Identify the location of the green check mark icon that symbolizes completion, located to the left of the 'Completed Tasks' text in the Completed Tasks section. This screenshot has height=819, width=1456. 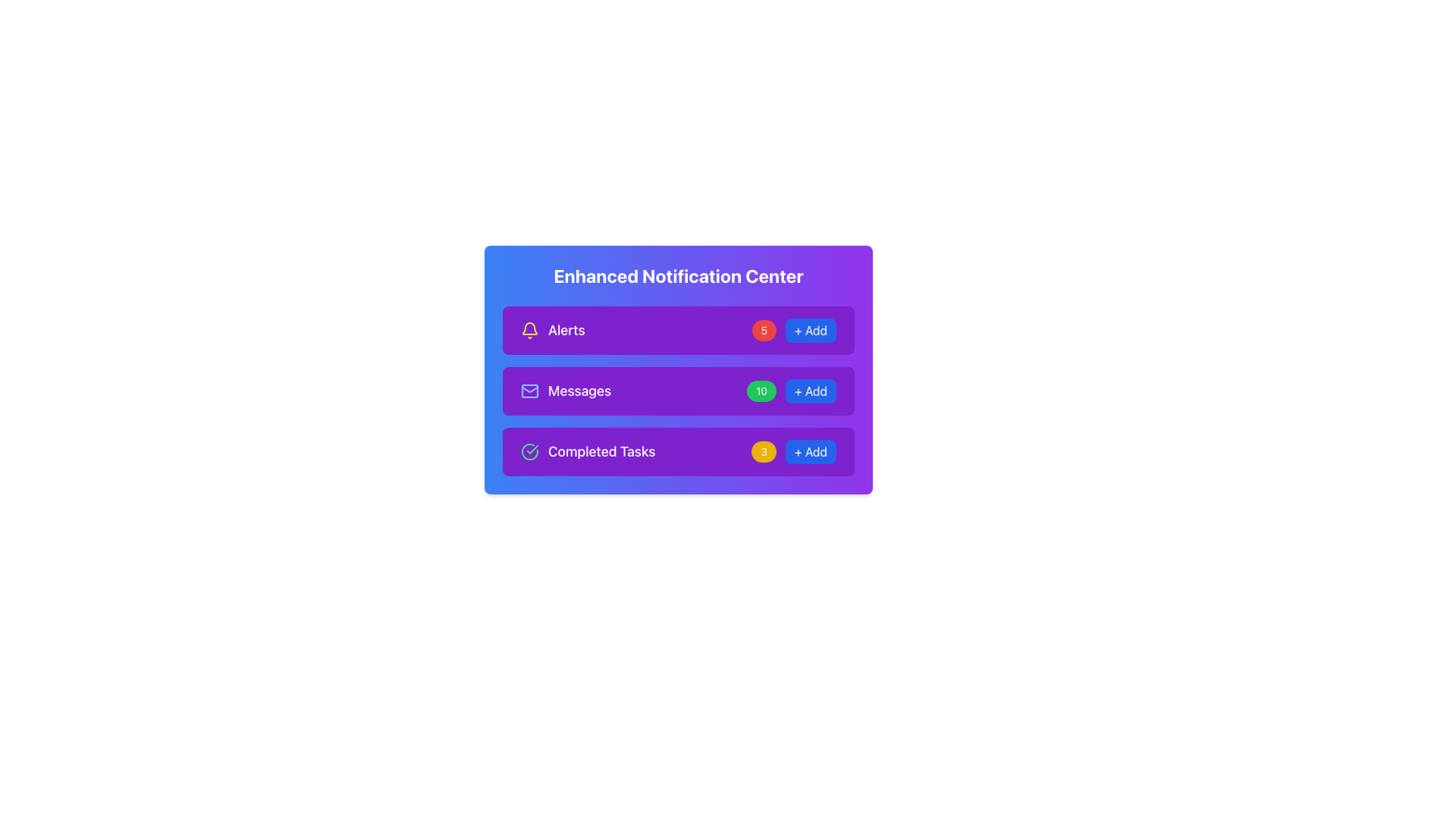
(530, 451).